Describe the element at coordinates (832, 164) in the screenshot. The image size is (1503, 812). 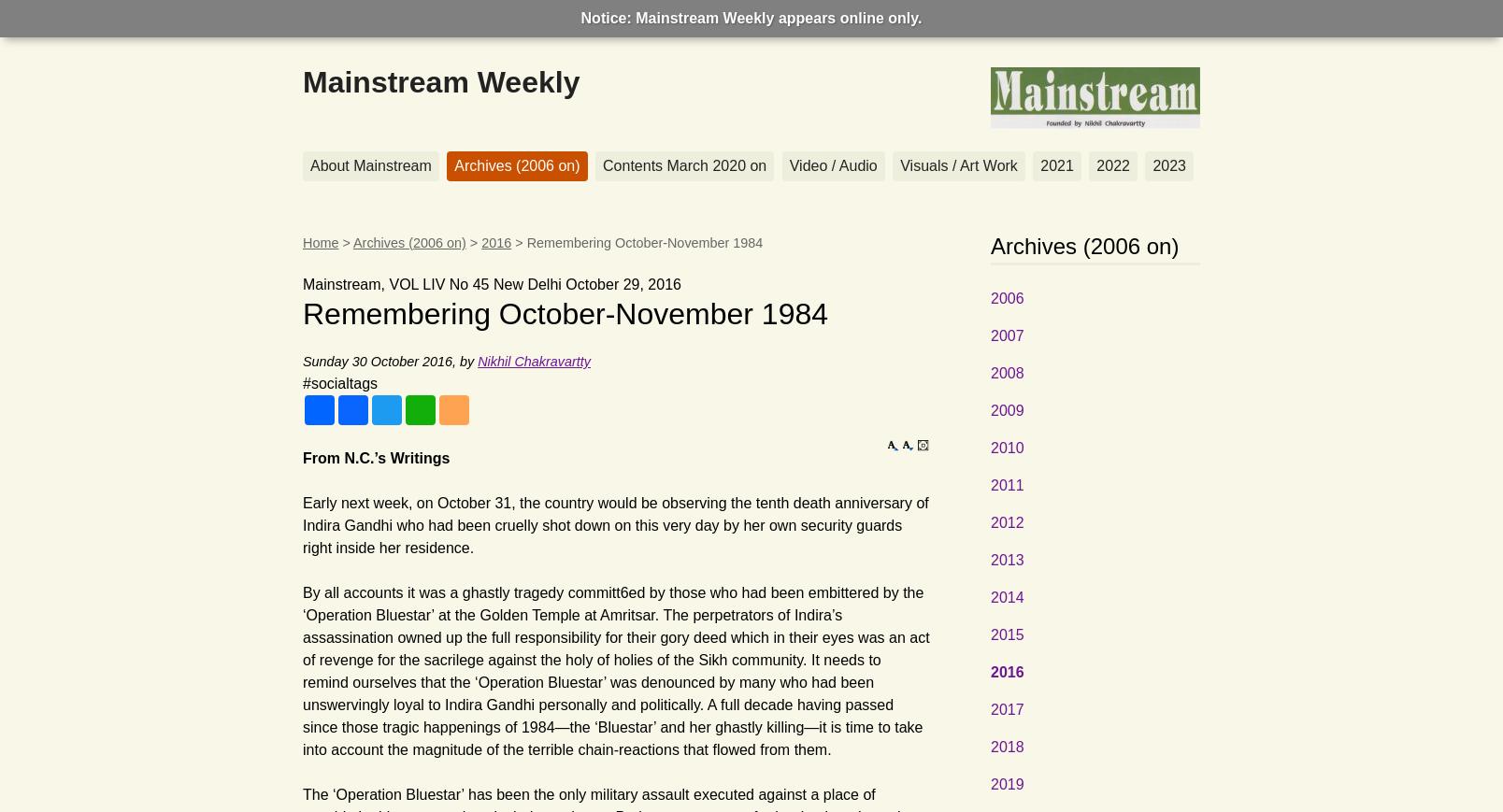
I see `'Video / Audio'` at that location.